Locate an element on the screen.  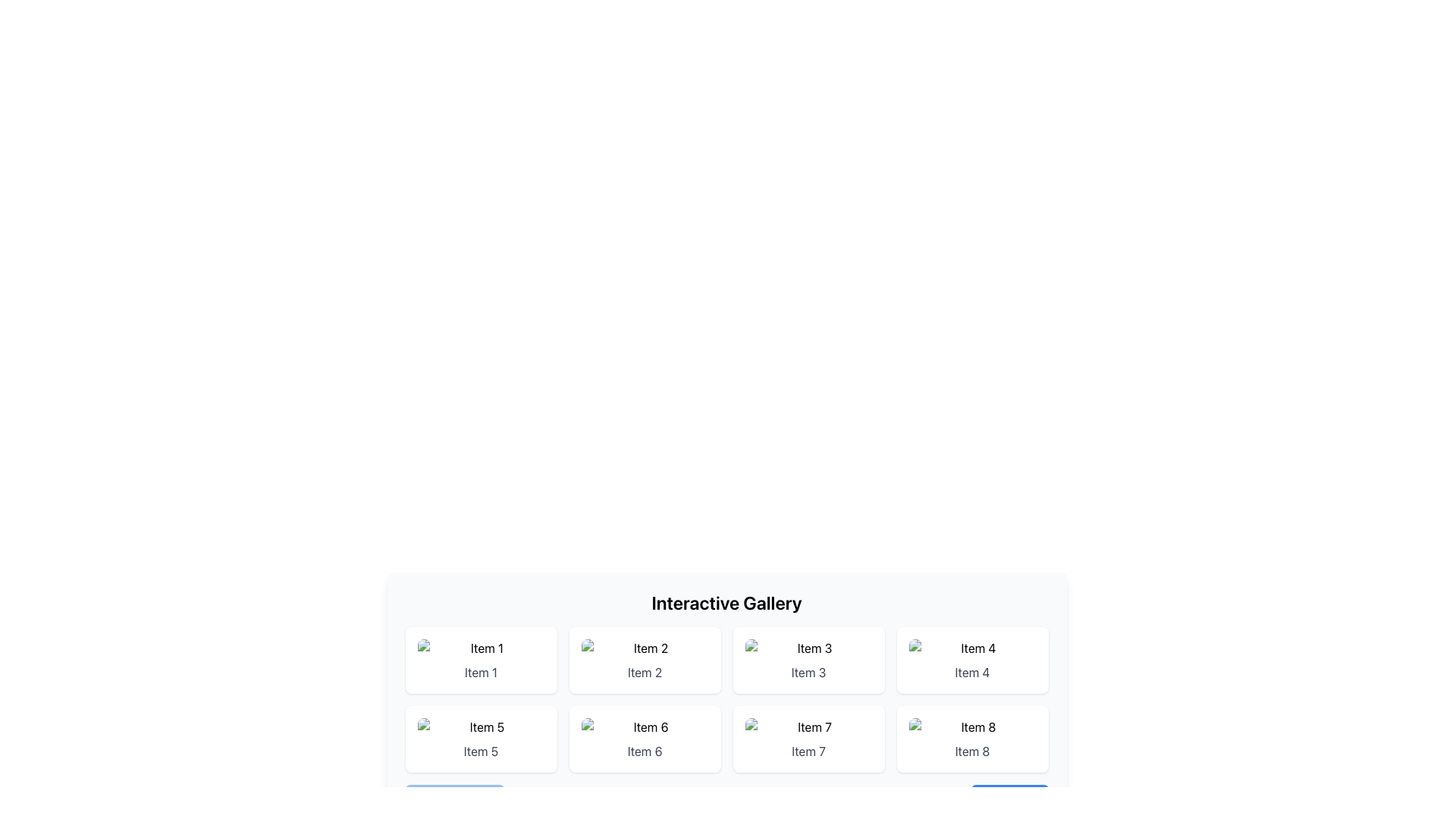
the descriptive text label for 'Item 1' located beneath its corresponding image placeholder in the gallery grid is located at coordinates (480, 672).